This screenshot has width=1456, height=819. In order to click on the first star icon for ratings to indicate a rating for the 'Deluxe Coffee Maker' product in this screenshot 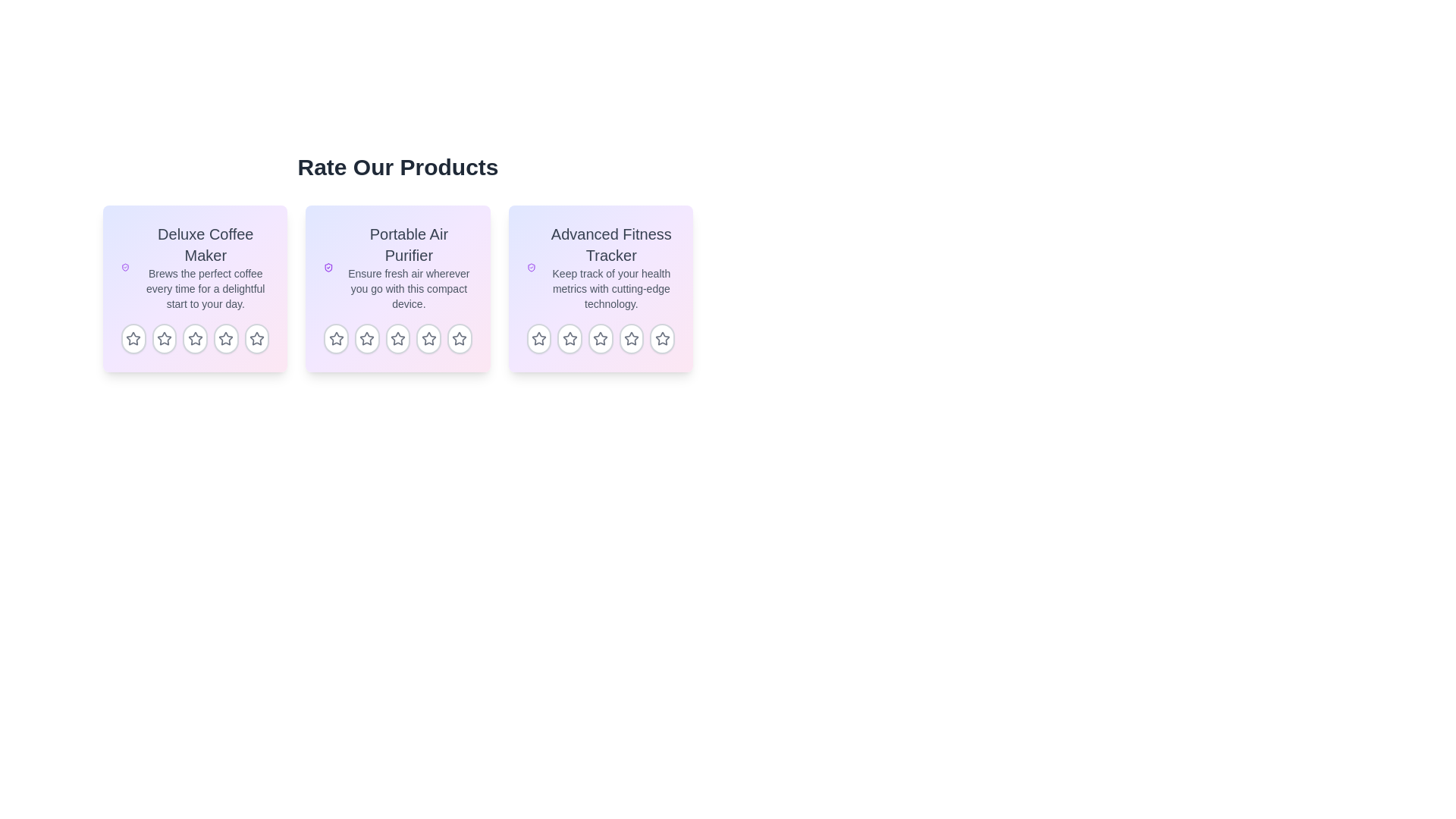, I will do `click(133, 337)`.